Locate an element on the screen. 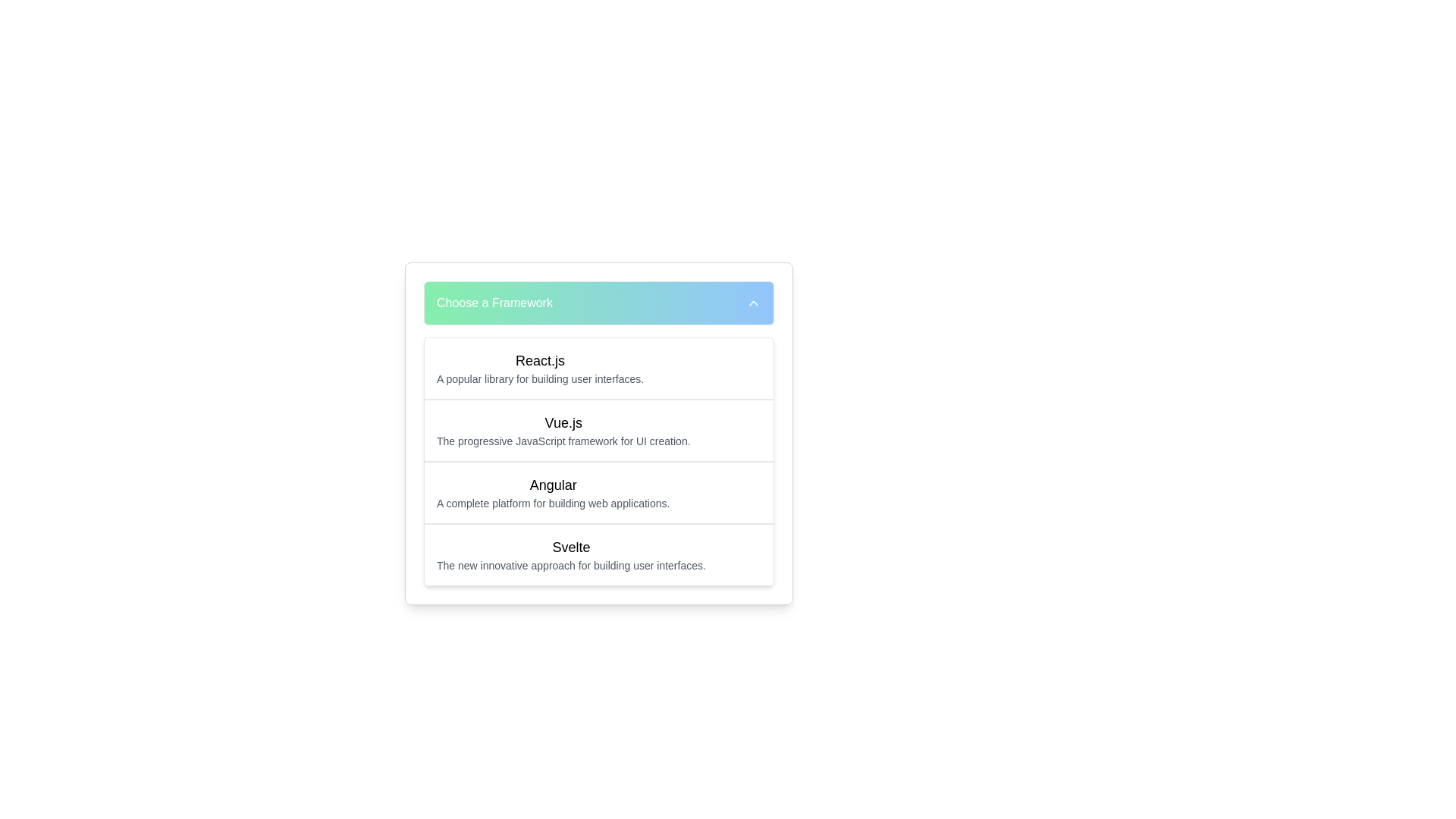 The image size is (1456, 819). the text-based selectable item displaying 'Angular' is located at coordinates (552, 493).